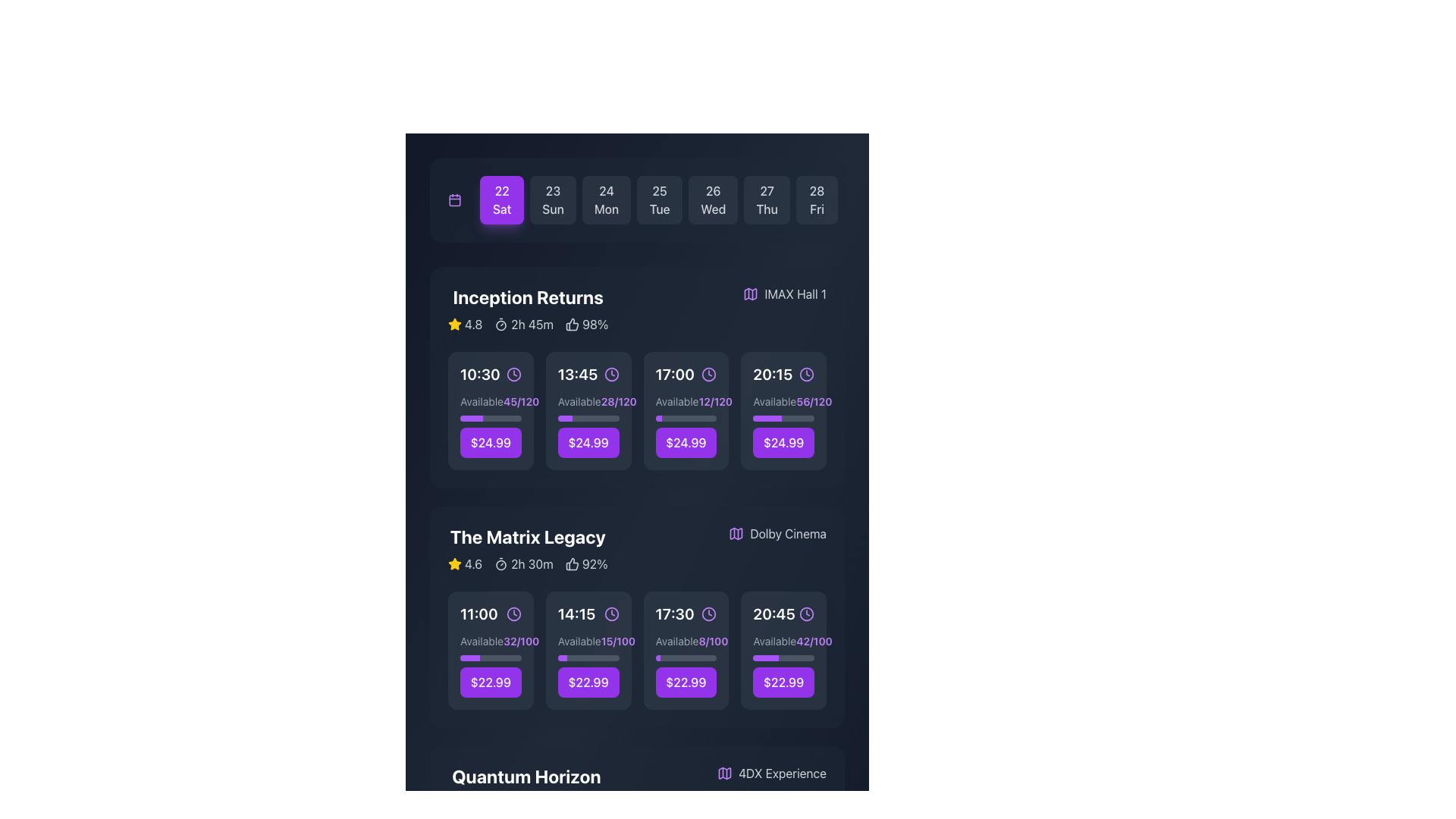 Image resolution: width=1456 pixels, height=819 pixels. Describe the element at coordinates (491, 411) in the screenshot. I see `the 'Select Seats' button located in the first row, first column of the grid under the 'Inception Returns' header to proceed with the selection` at that location.